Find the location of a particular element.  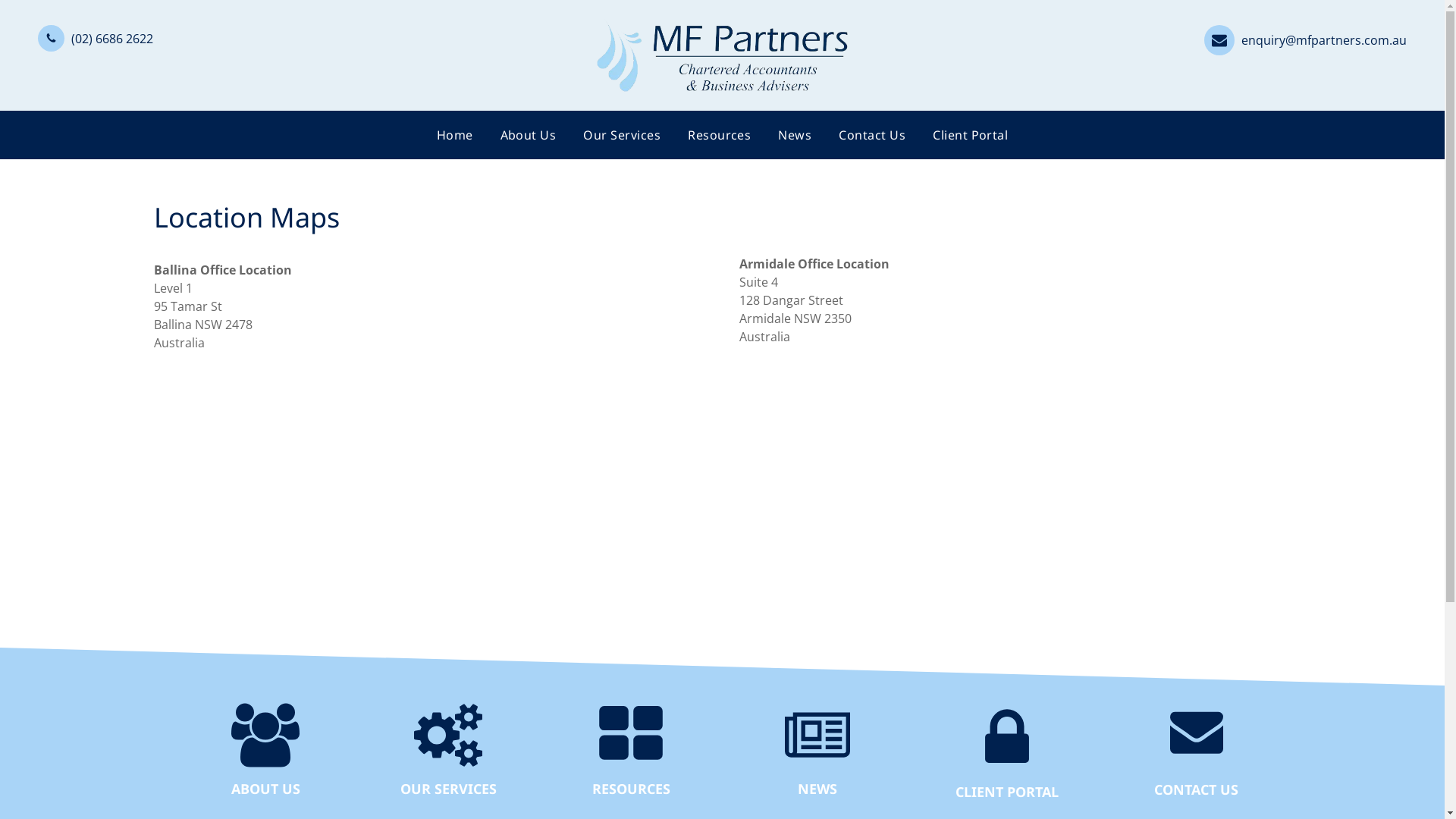

'MF Partners Chartered Accountants' is located at coordinates (720, 55).